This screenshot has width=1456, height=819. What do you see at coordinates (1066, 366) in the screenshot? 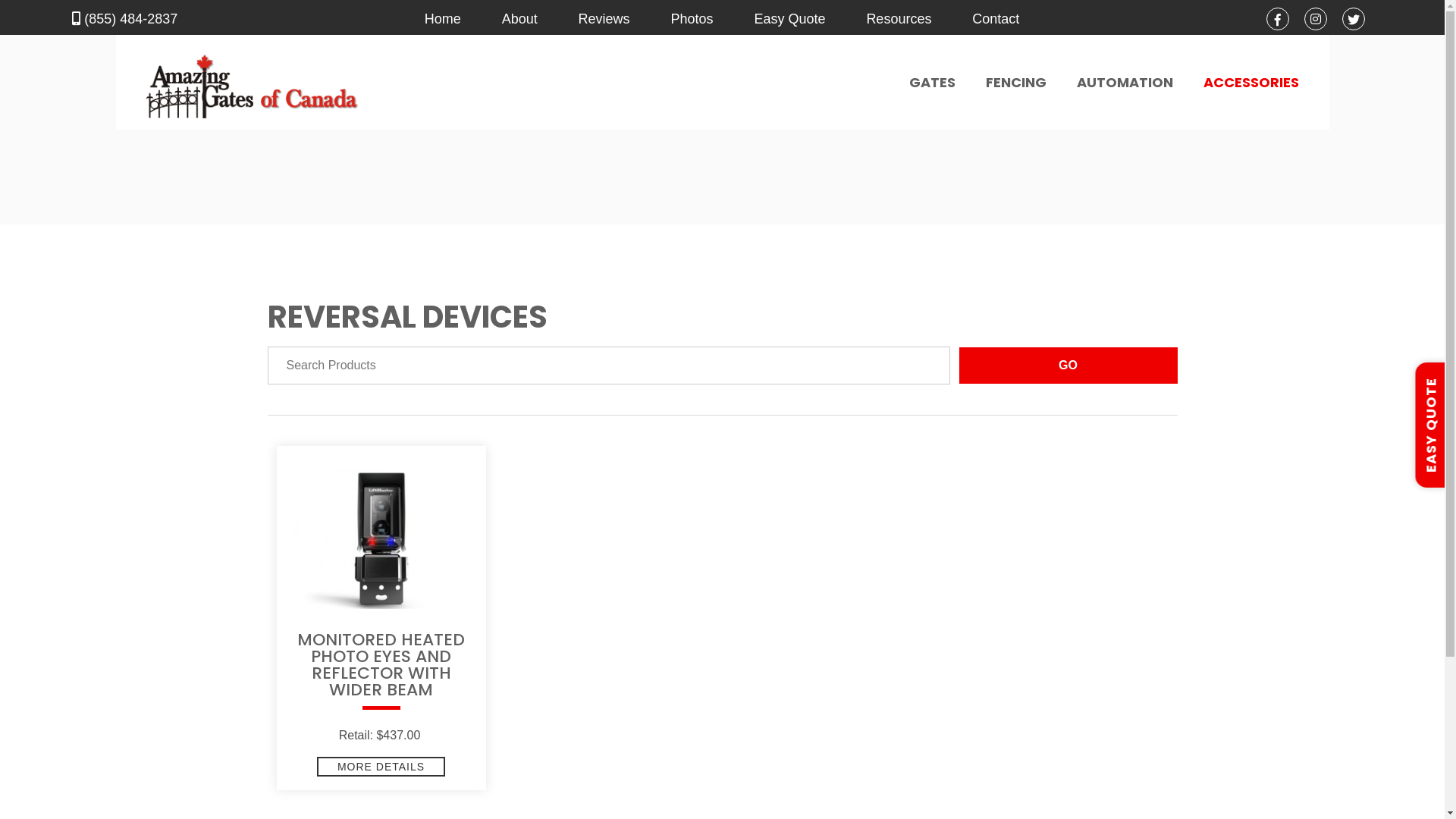
I see `'Go'` at bounding box center [1066, 366].